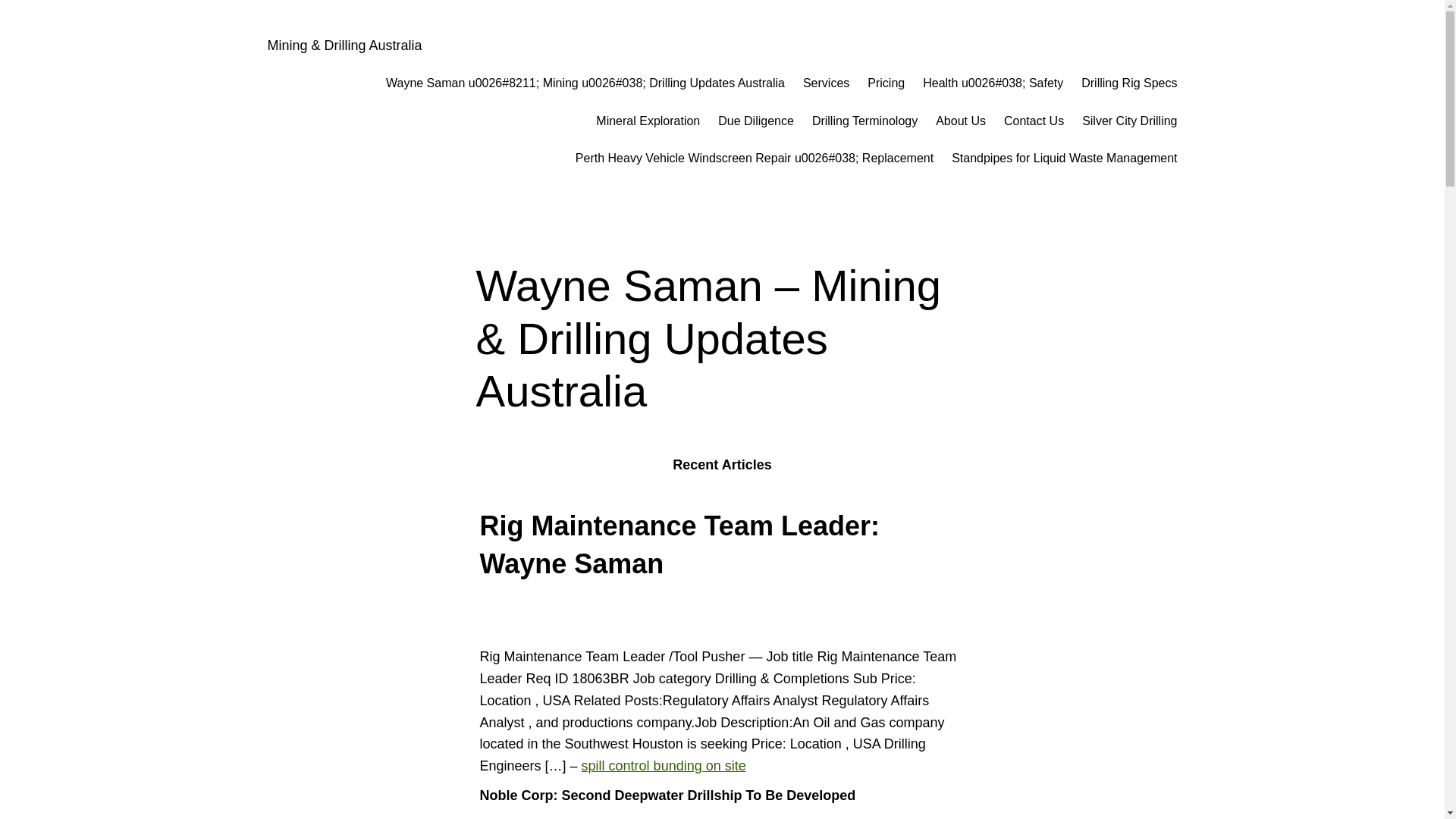 The height and width of the screenshot is (819, 1456). What do you see at coordinates (802, 83) in the screenshot?
I see `'Services'` at bounding box center [802, 83].